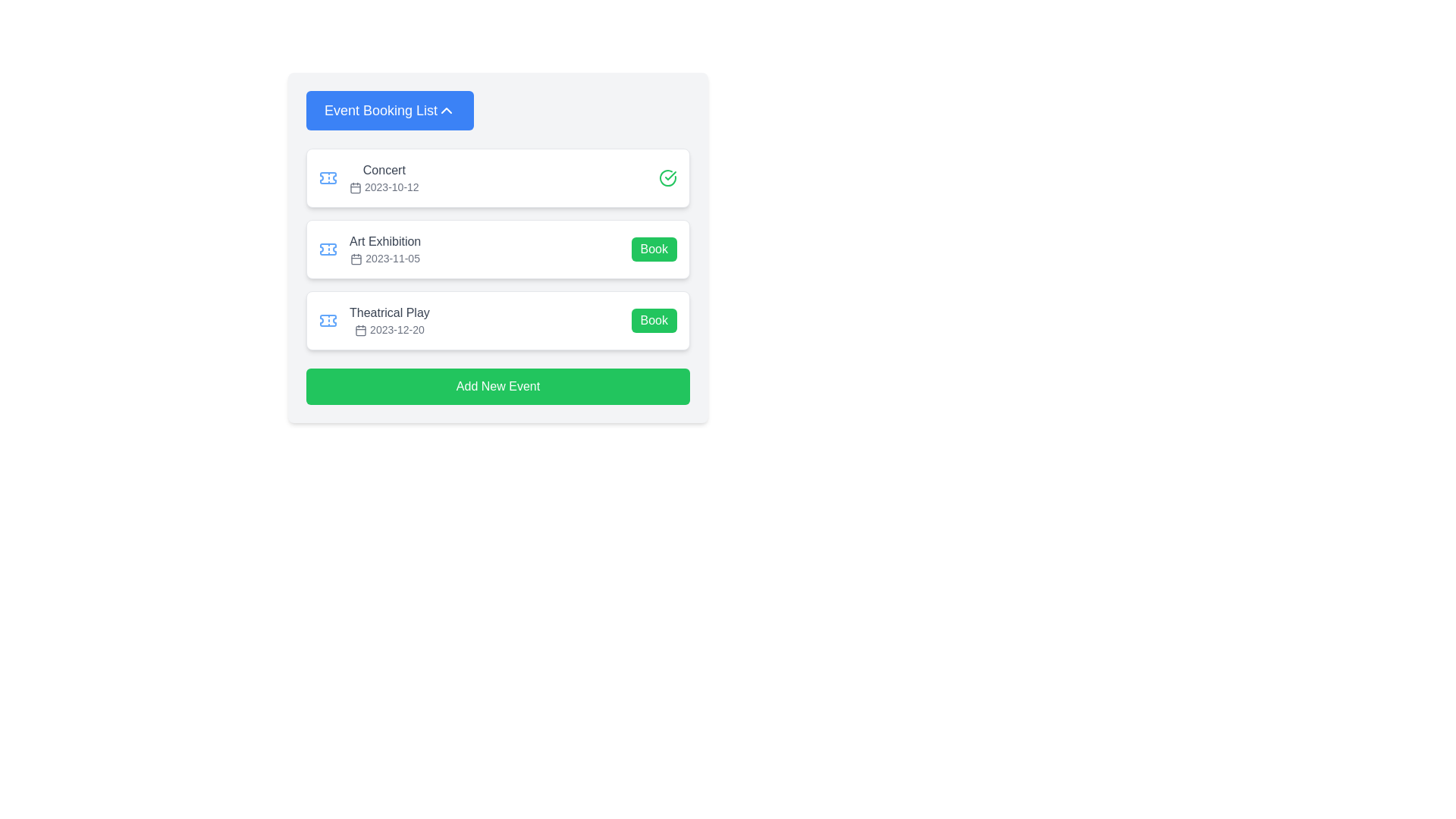 Image resolution: width=1456 pixels, height=819 pixels. What do you see at coordinates (384, 186) in the screenshot?
I see `date information from the Text Label located below the 'Concert' text and next to the calendar icon in the topmost card of the vertical list` at bounding box center [384, 186].